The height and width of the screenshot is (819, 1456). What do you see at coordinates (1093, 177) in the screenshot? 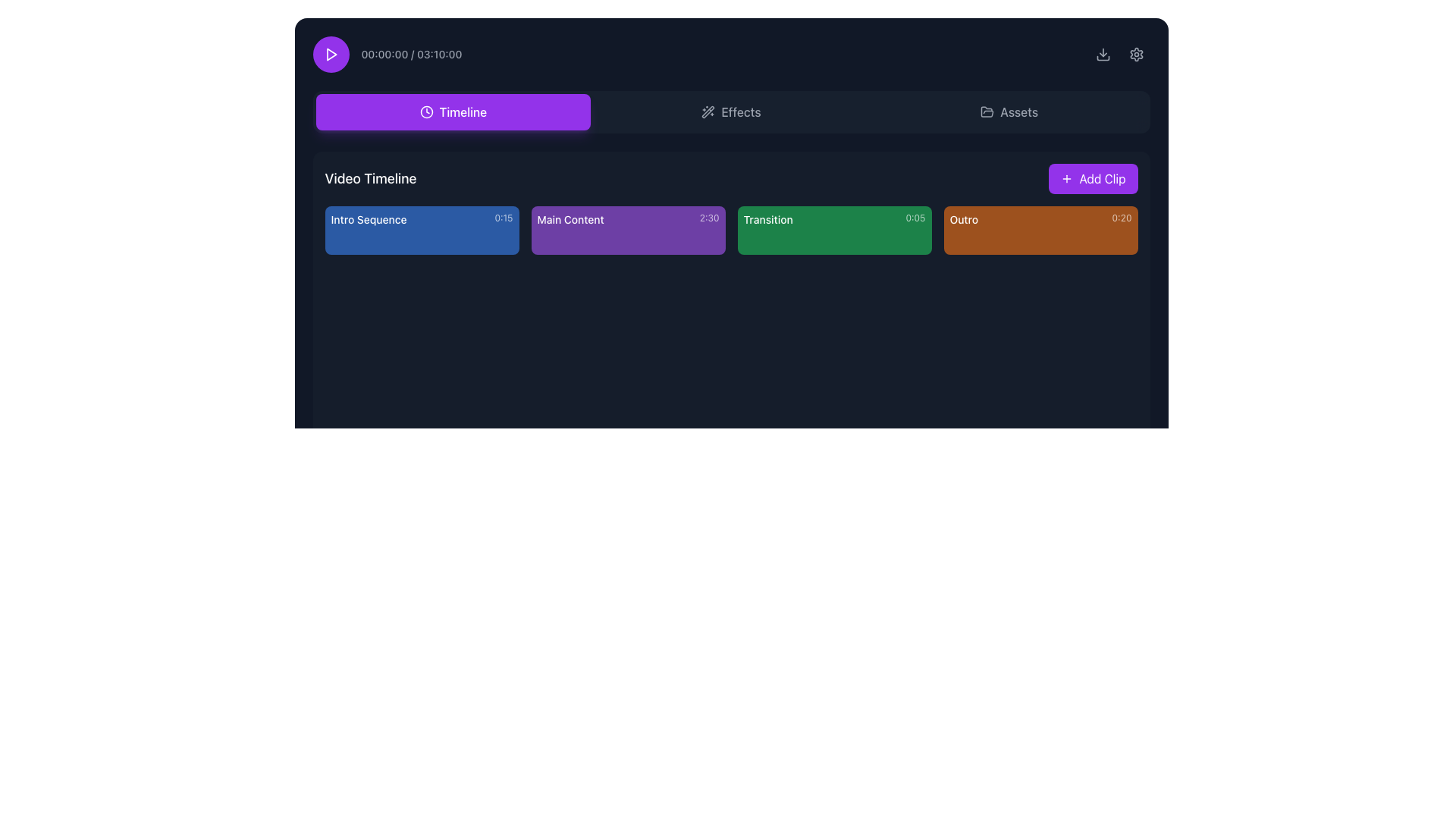
I see `the 'Add Clip' button located in the top-right corner of the 'Video Timeline' section` at bounding box center [1093, 177].